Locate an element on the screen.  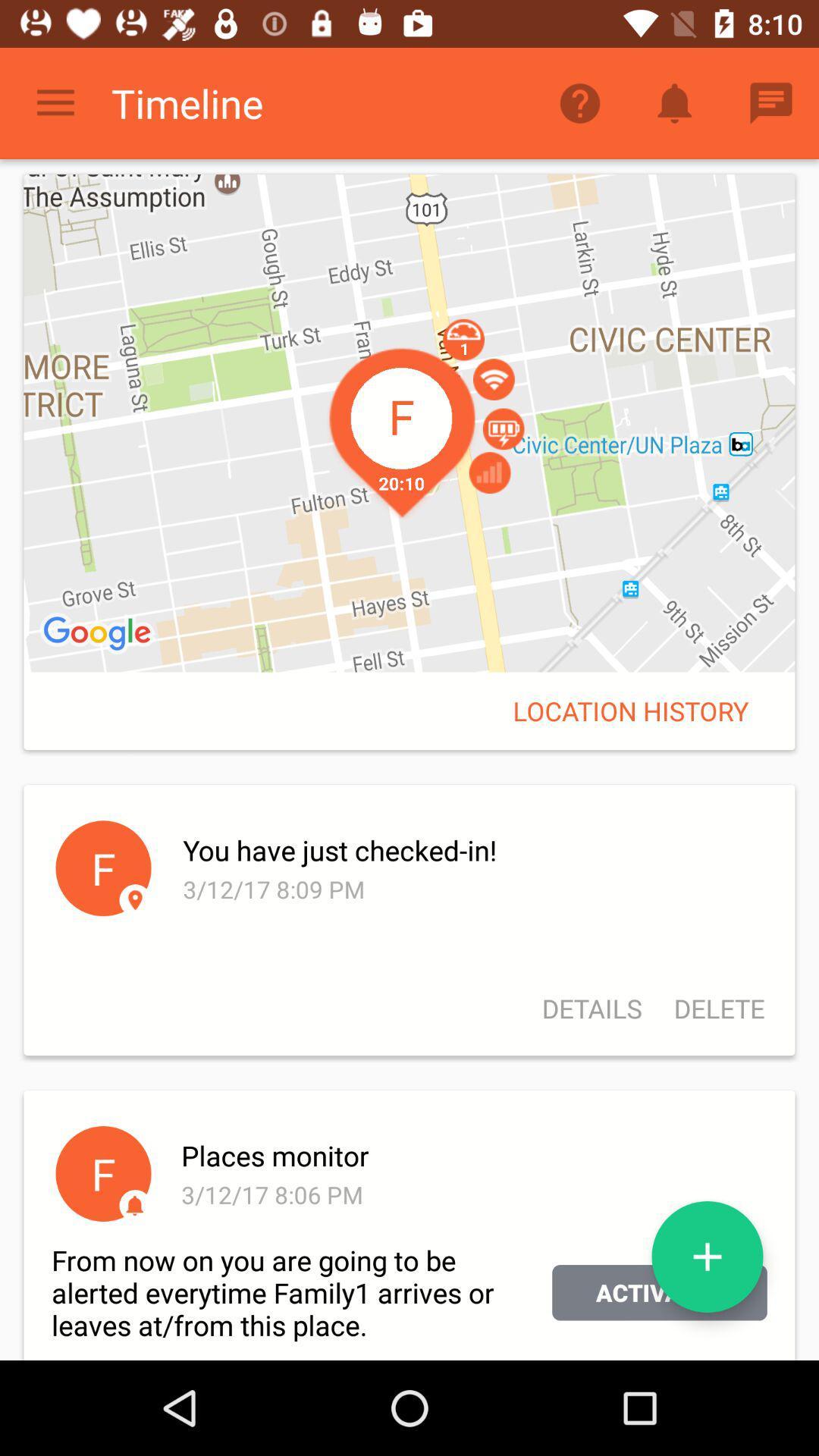
the item above the location history icon is located at coordinates (409, 423).